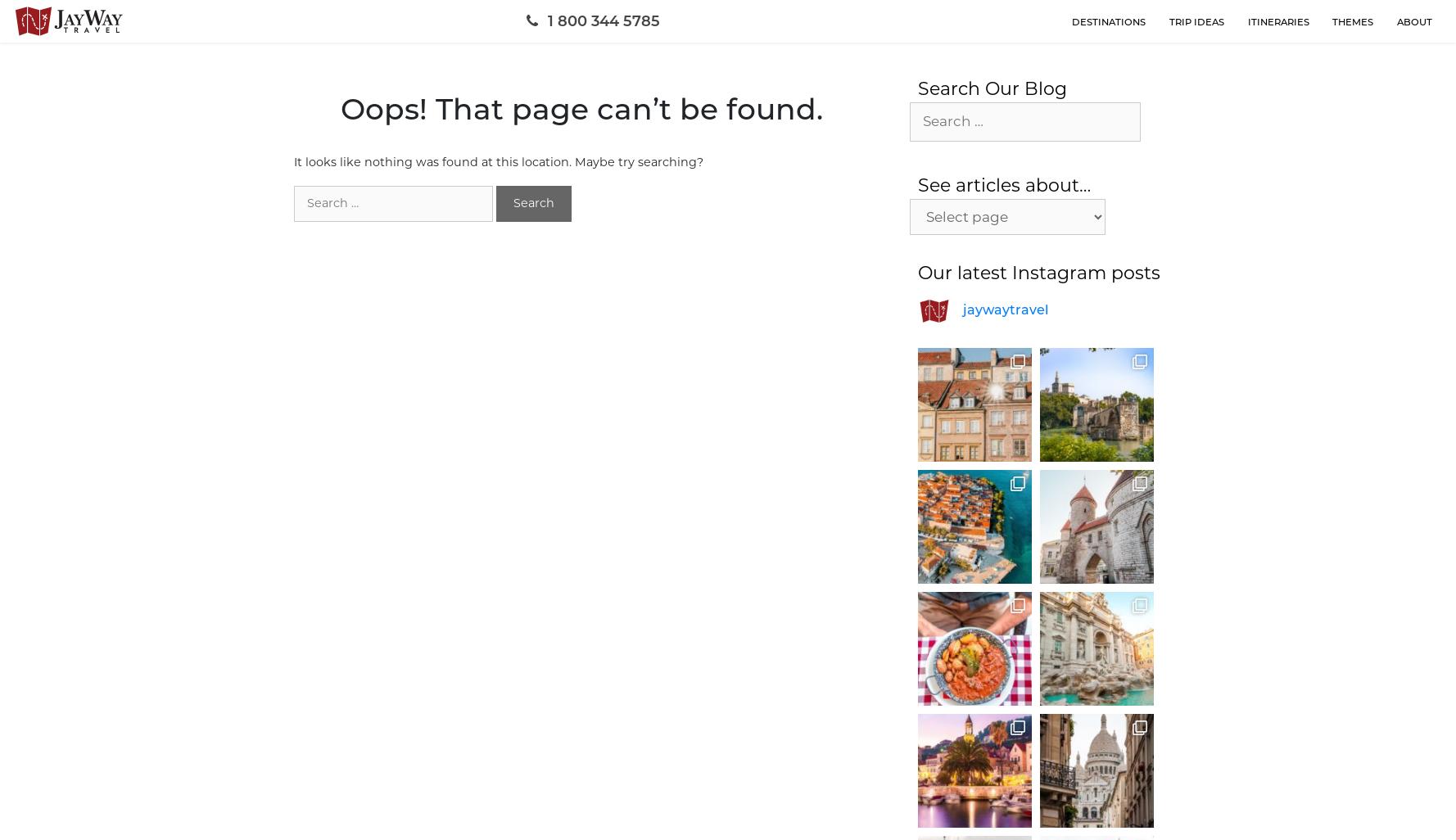 Image resolution: width=1456 pixels, height=840 pixels. I want to click on 'Themes', so click(1352, 20).